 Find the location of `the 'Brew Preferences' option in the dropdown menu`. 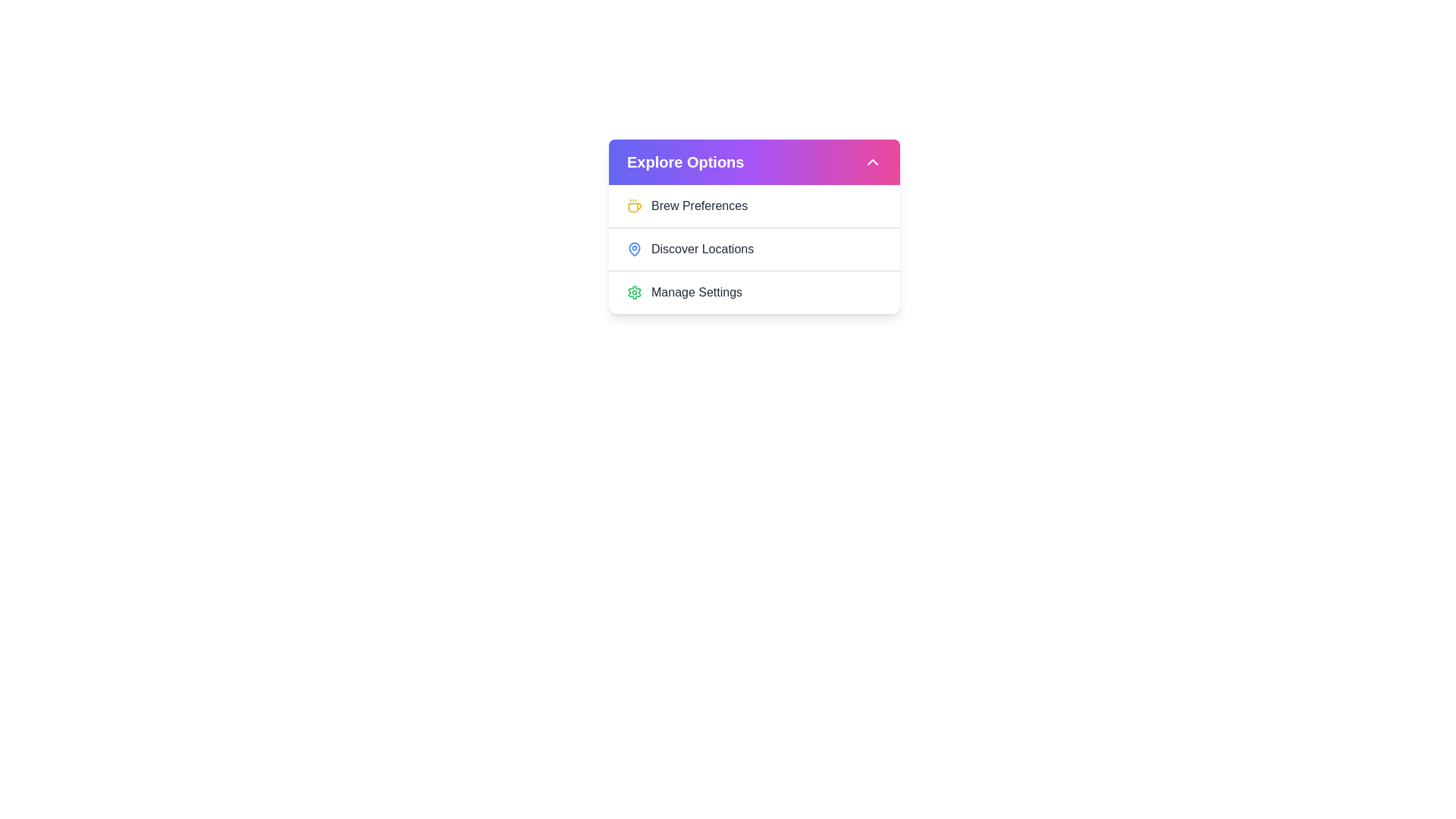

the 'Brew Preferences' option in the dropdown menu is located at coordinates (754, 206).